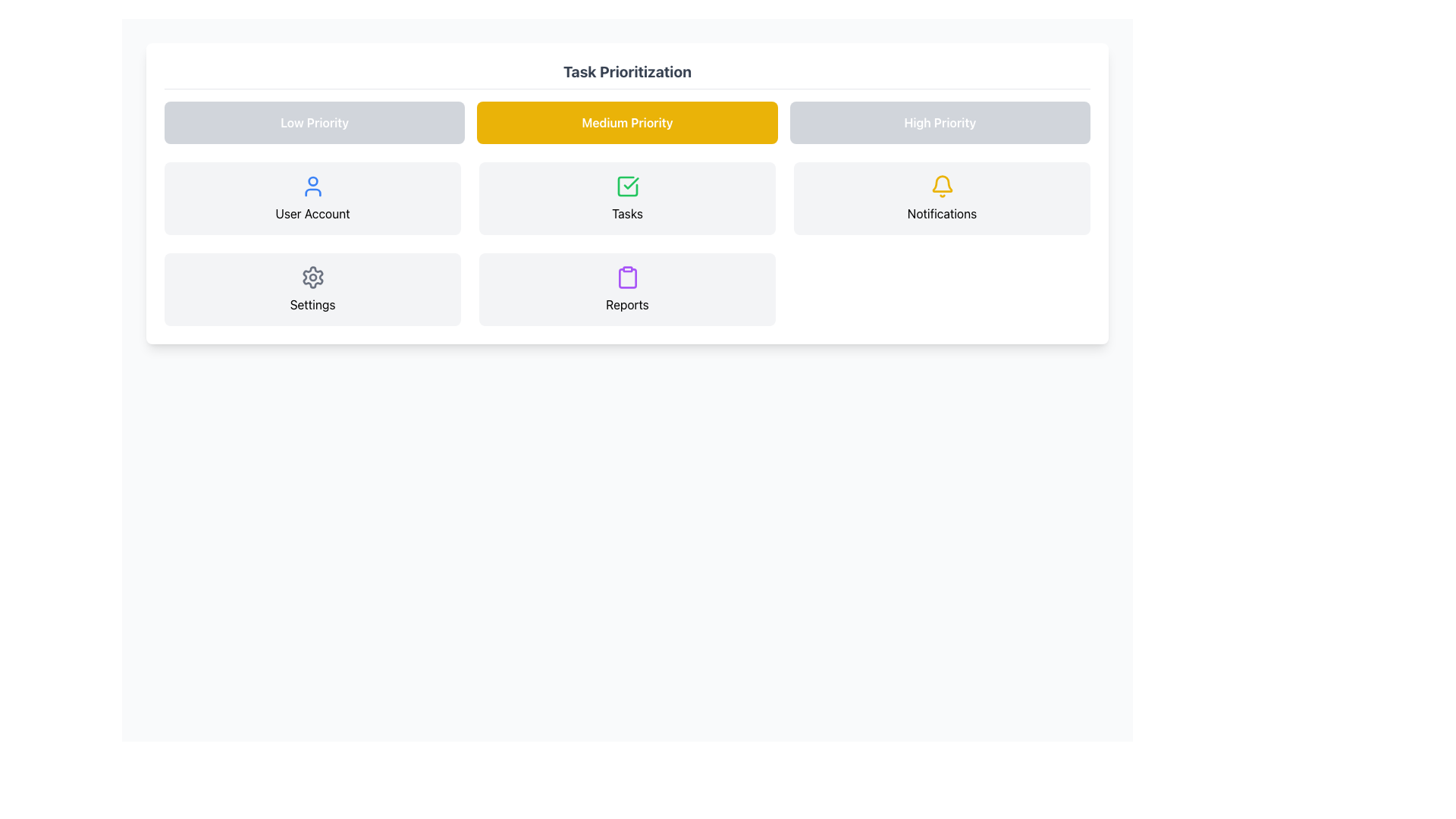 This screenshot has height=819, width=1456. What do you see at coordinates (941, 213) in the screenshot?
I see `the 'Notifications' text label located in the top-right cell of the grid, positioned directly below the notification bell icon` at bounding box center [941, 213].